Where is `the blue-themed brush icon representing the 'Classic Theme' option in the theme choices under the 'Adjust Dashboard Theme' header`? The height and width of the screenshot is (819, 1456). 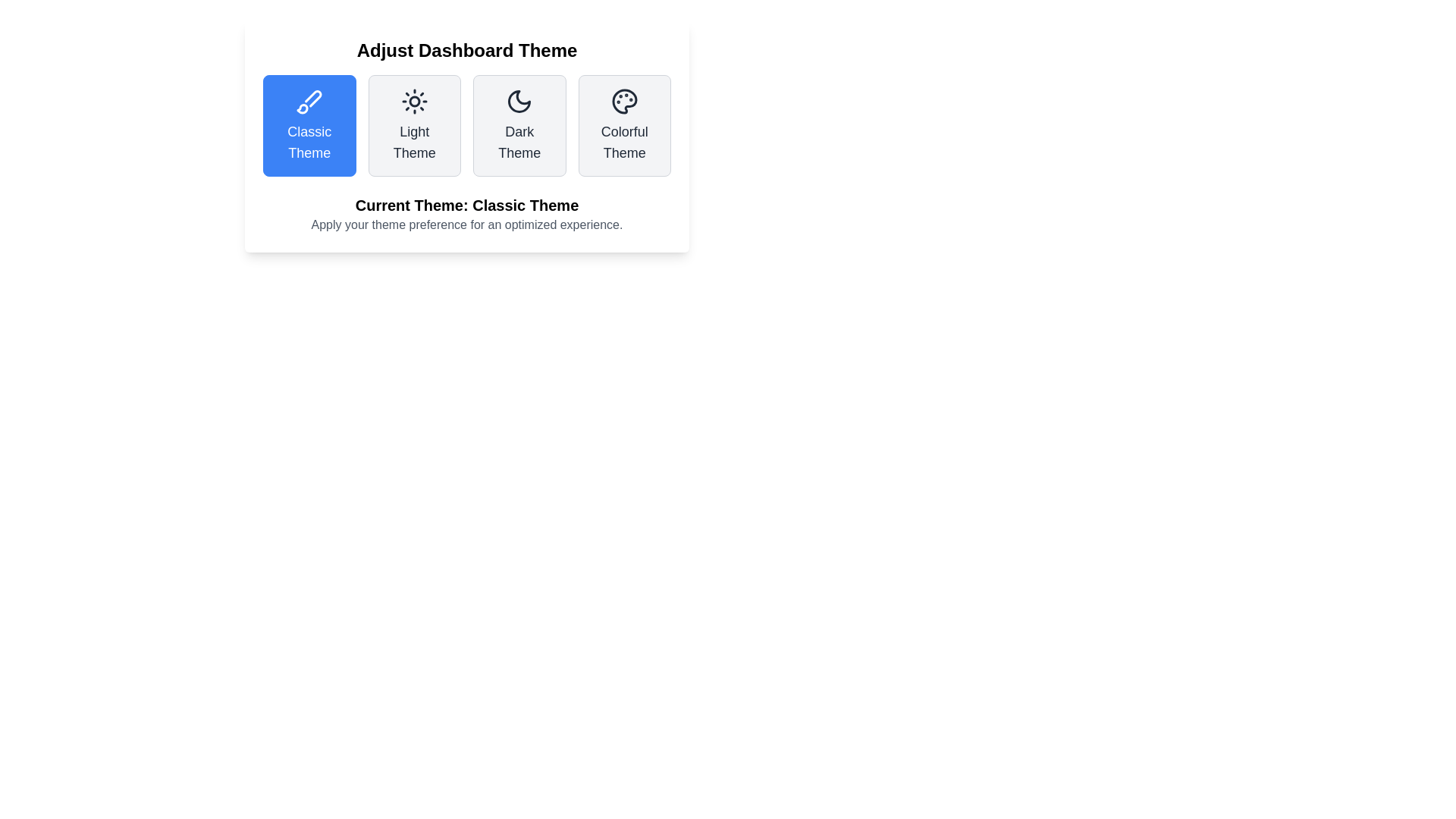 the blue-themed brush icon representing the 'Classic Theme' option in the theme choices under the 'Adjust Dashboard Theme' header is located at coordinates (309, 102).